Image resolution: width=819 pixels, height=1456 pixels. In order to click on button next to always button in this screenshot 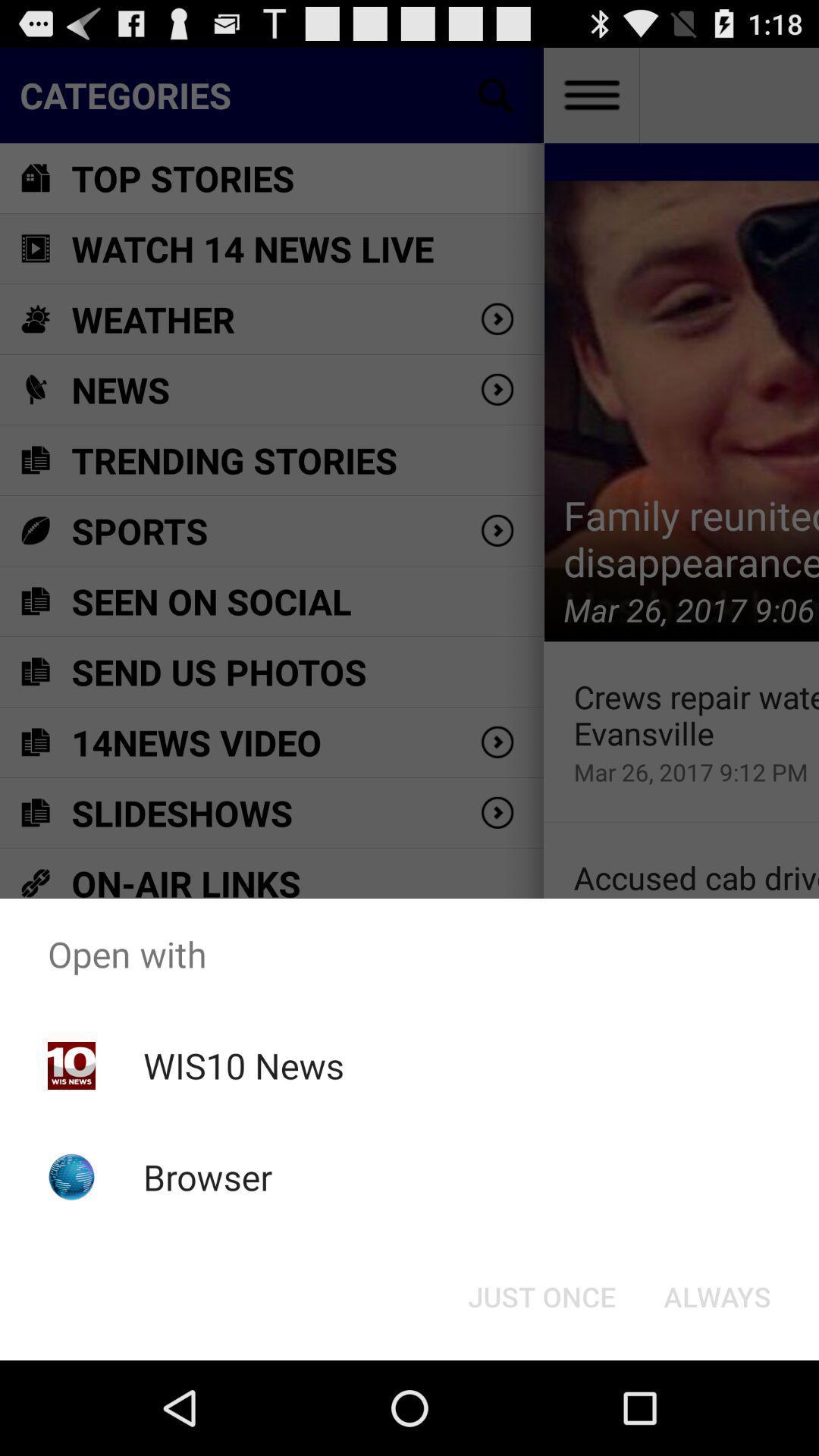, I will do `click(541, 1295)`.